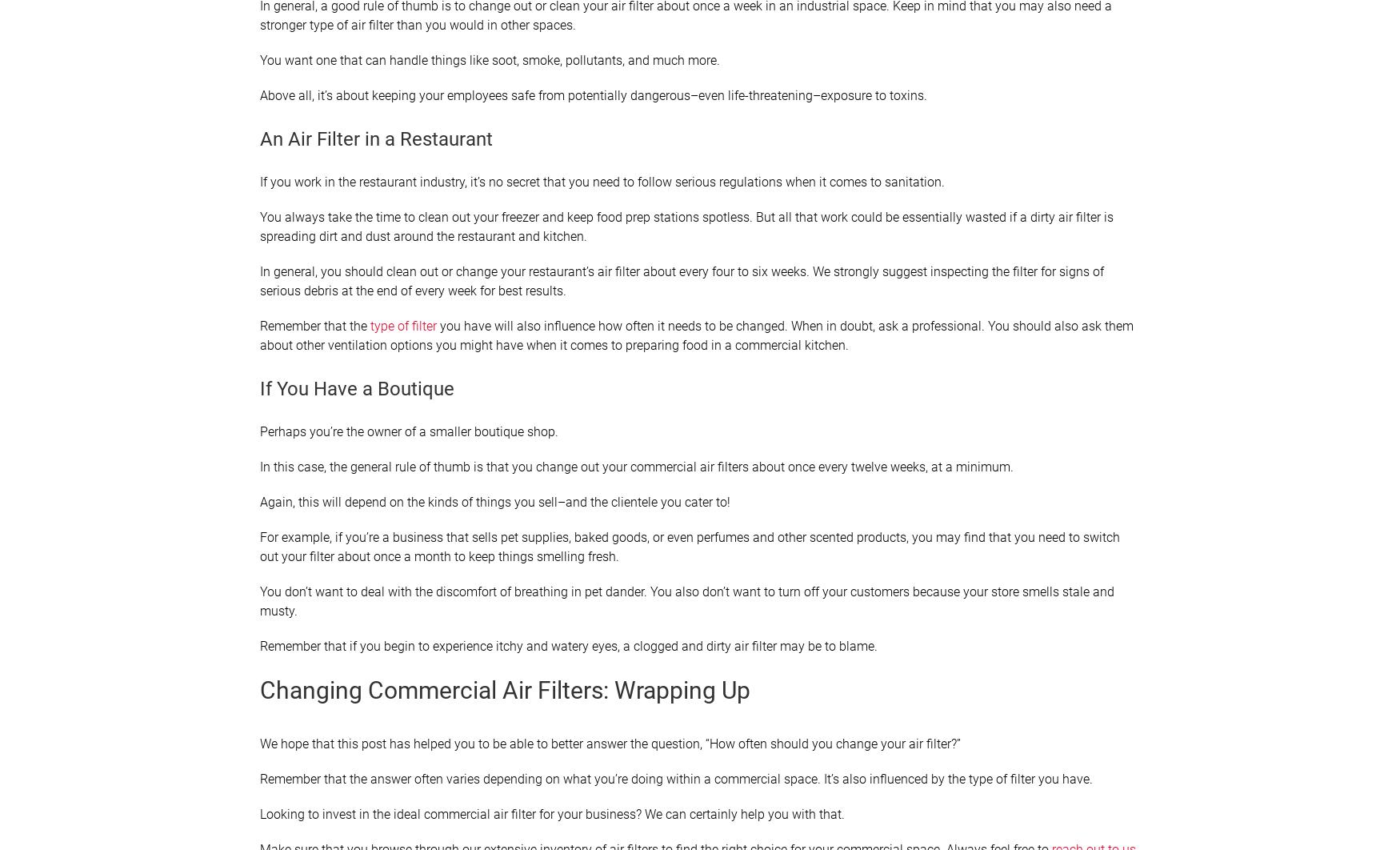  What do you see at coordinates (687, 601) in the screenshot?
I see `'You don’t want to deal with the discomfort of breathing in pet dander. You also don’t want to turn off your customers because your store smells stale and musty.'` at bounding box center [687, 601].